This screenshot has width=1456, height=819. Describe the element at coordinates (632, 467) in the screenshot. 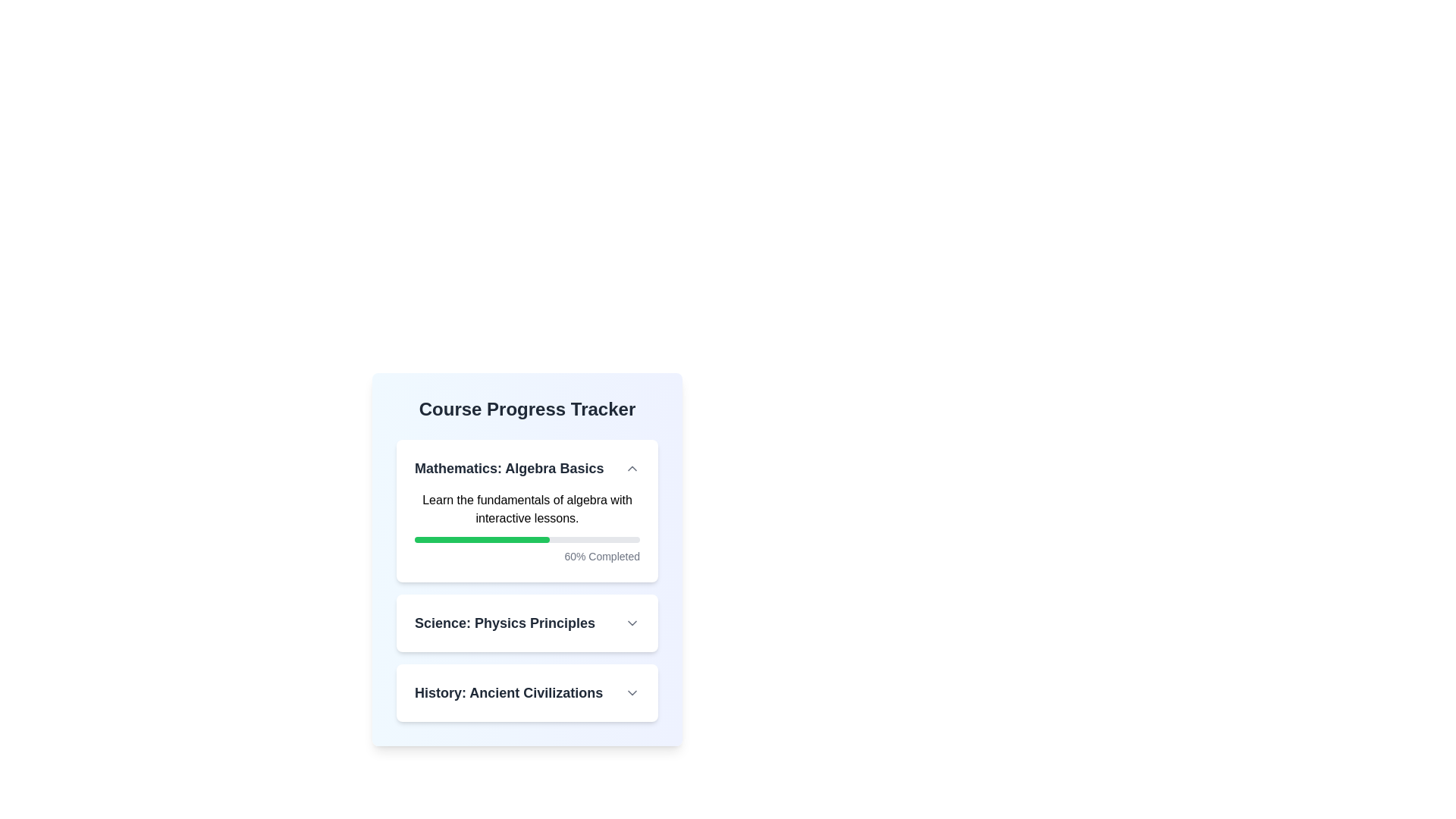

I see `the upward-pointing chevron icon located at the far right of the header labeled 'Mathematics: Algebra Basics'` at that location.